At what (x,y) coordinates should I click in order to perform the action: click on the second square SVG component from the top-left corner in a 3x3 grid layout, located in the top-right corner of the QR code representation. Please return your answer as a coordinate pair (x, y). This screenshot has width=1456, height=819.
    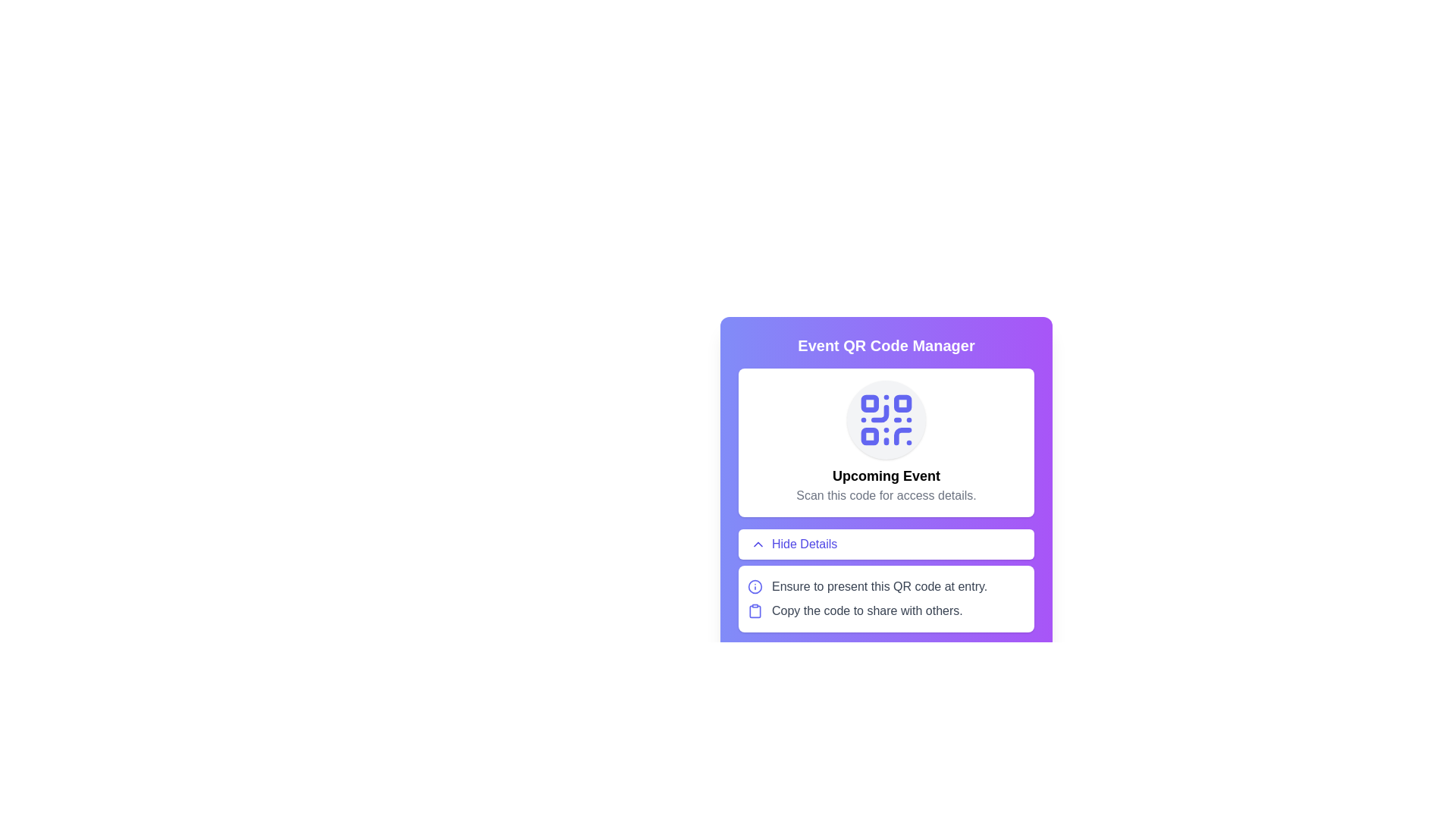
    Looking at the image, I should click on (902, 403).